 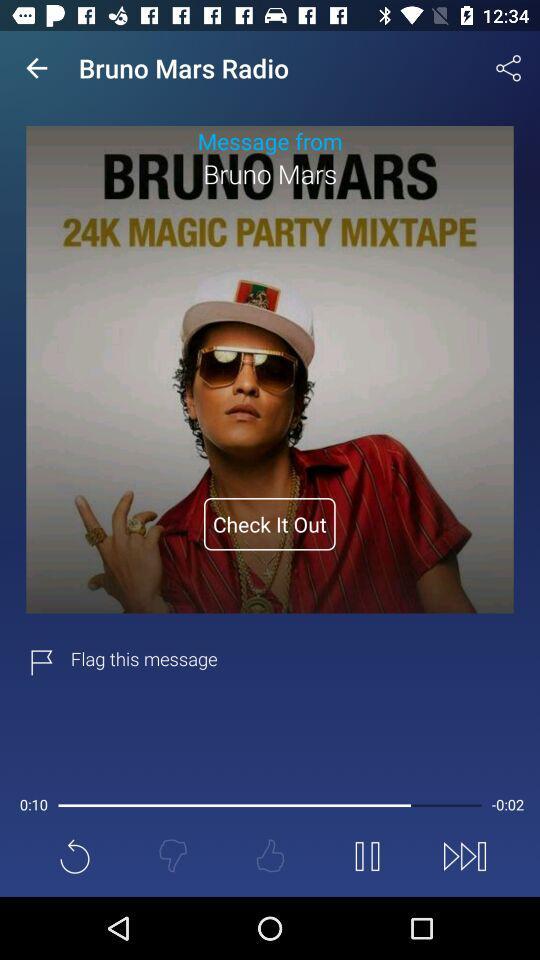 I want to click on the pause icon, so click(x=366, y=855).